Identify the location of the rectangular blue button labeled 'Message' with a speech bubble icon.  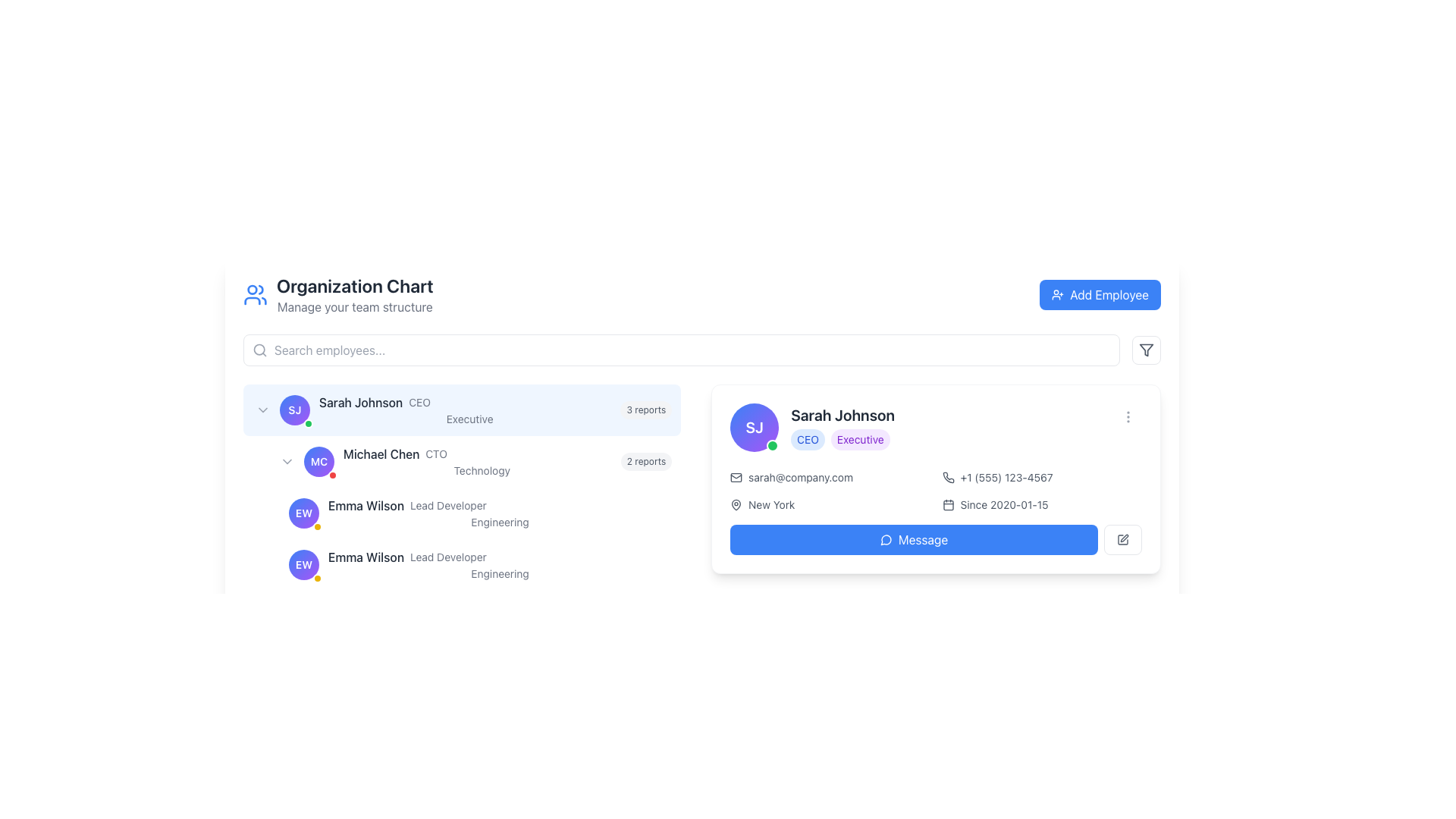
(913, 539).